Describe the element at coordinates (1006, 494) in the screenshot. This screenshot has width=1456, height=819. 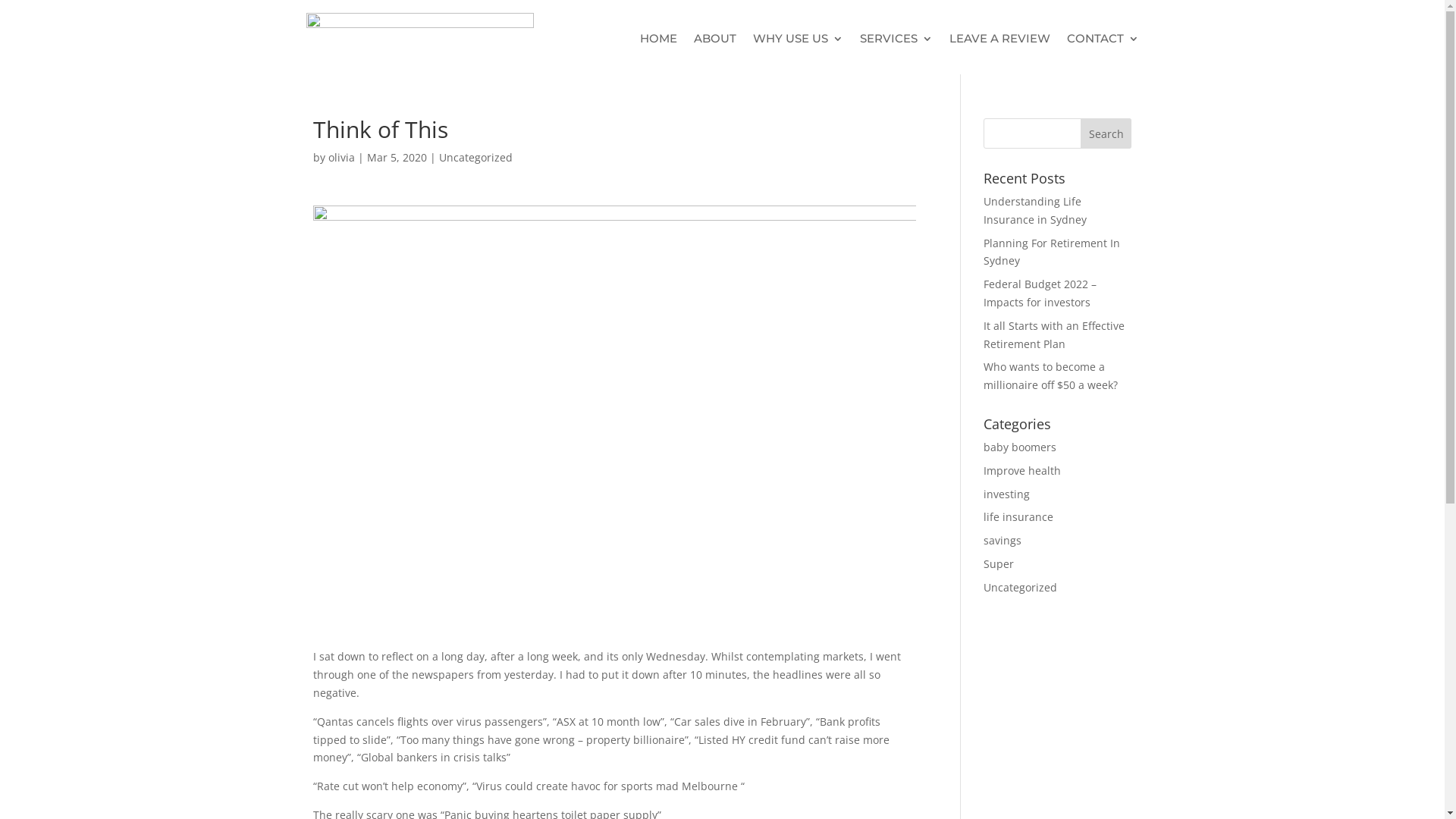
I see `'investing'` at that location.